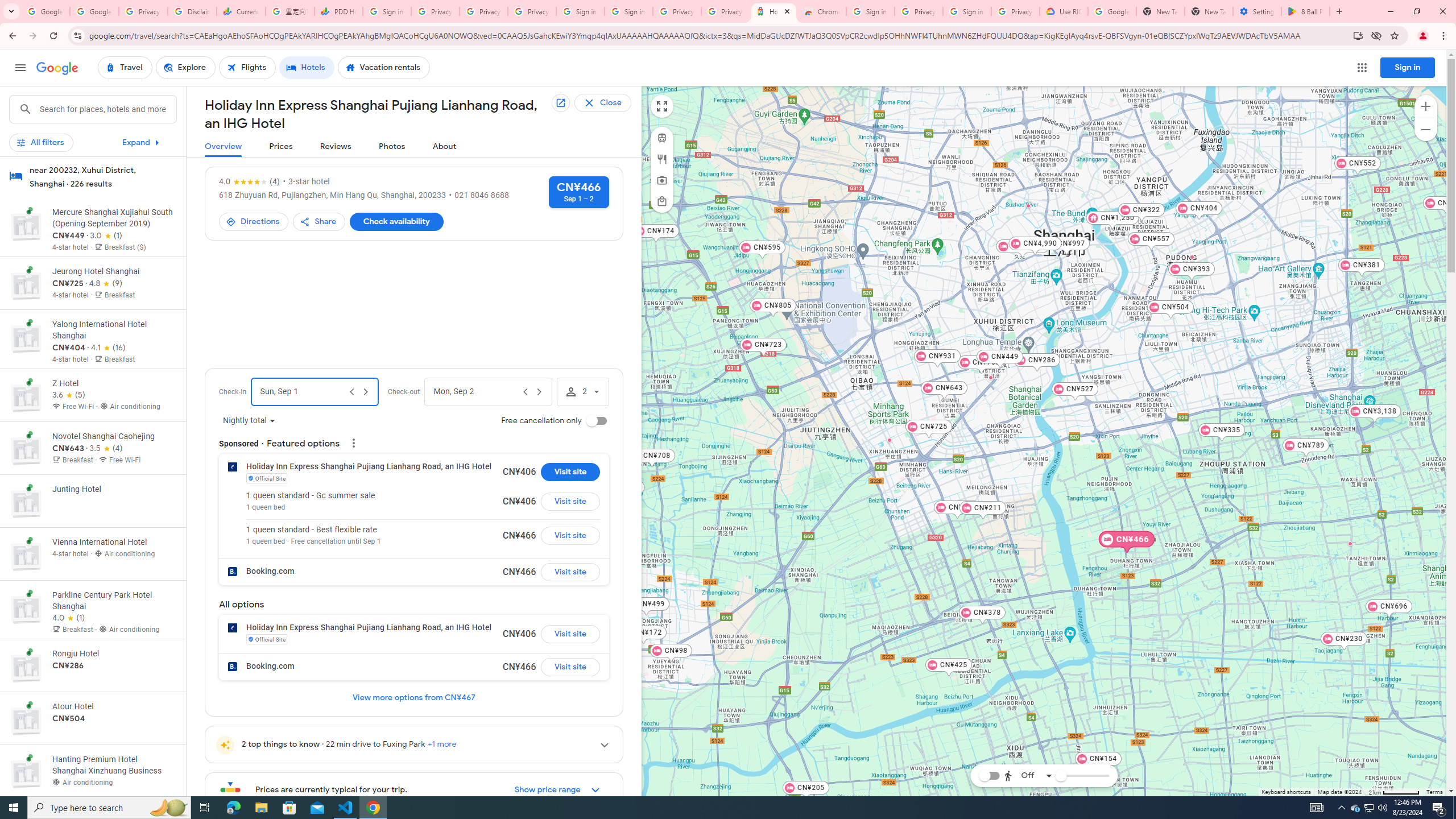 The height and width of the screenshot is (819, 1456). I want to click on 'Toggle reachability layer', so click(988, 775).